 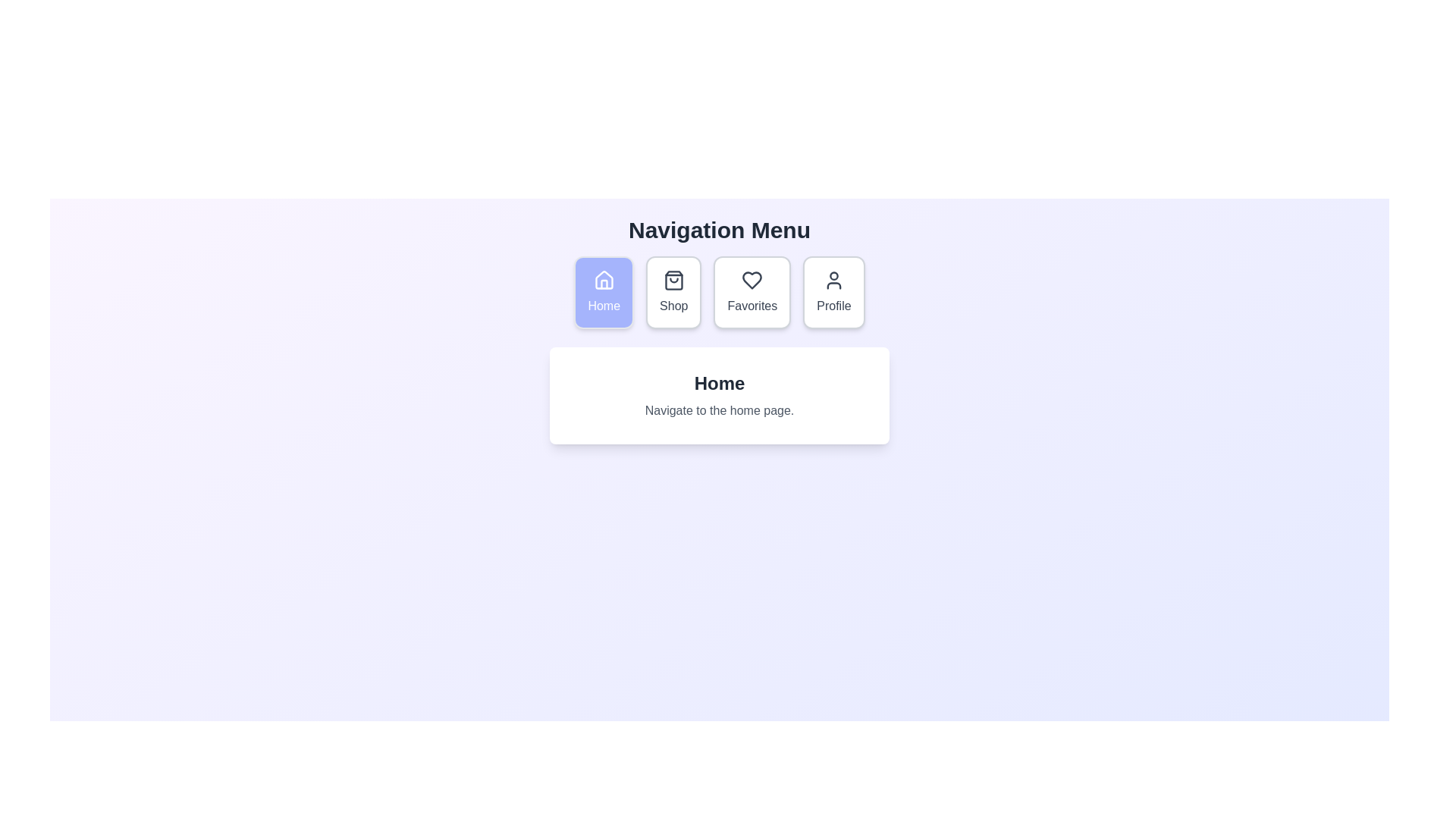 I want to click on the 'Home' button, which is a rectangular button with a light indigo background and white text, located at the leftmost side of the navigation menu, so click(x=603, y=292).